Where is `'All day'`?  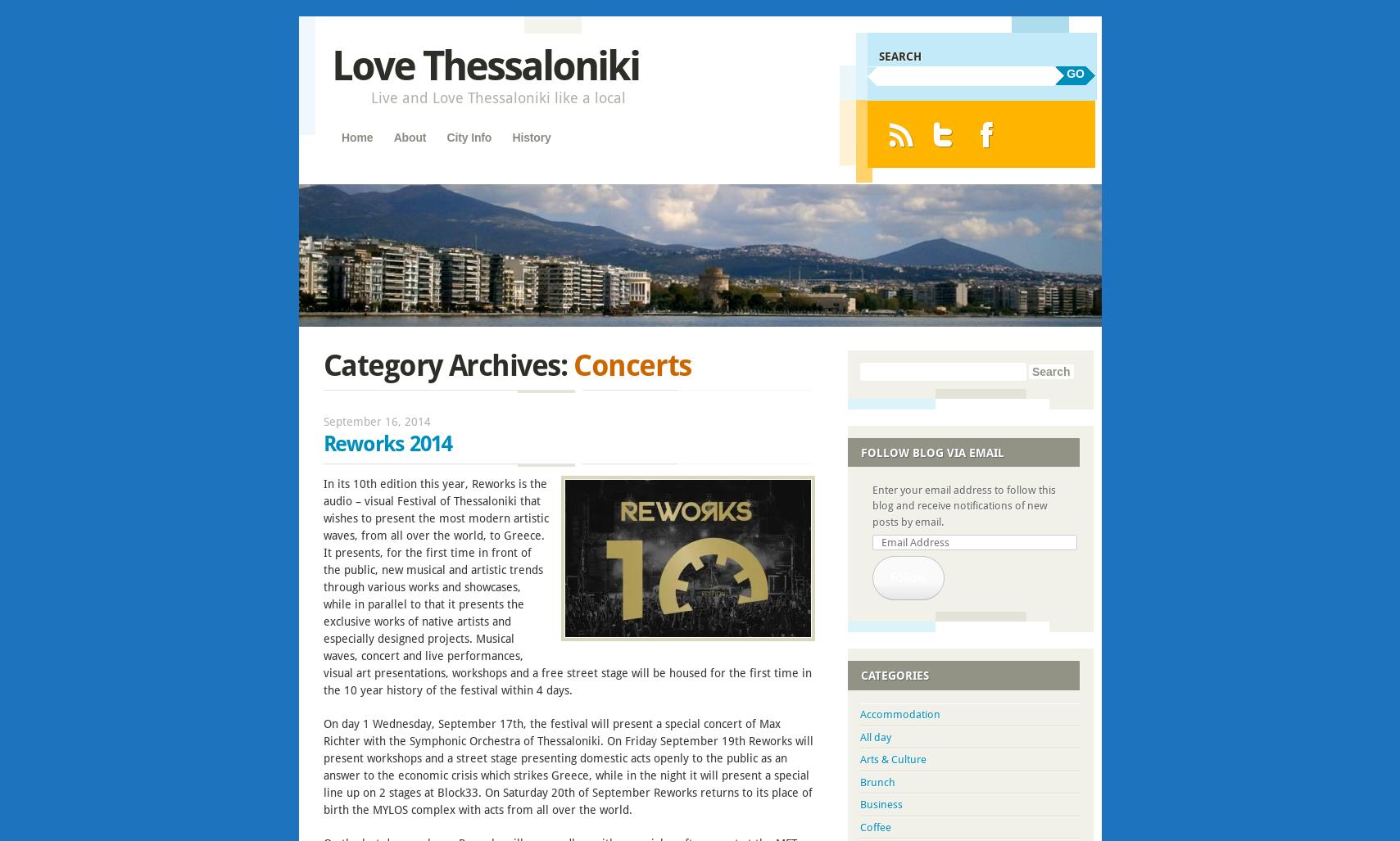 'All day' is located at coordinates (874, 735).